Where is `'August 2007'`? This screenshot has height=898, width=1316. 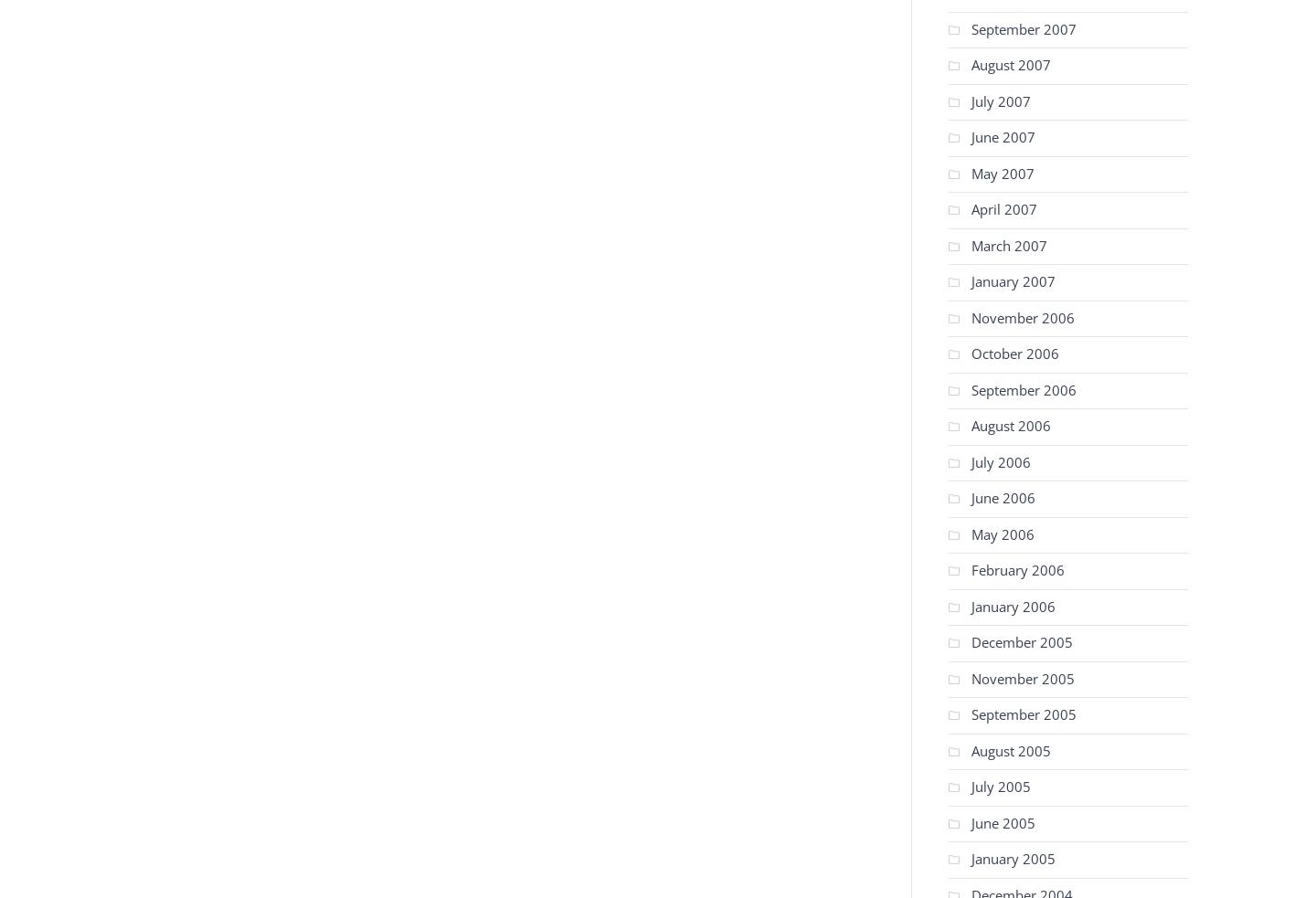 'August 2007' is located at coordinates (1010, 63).